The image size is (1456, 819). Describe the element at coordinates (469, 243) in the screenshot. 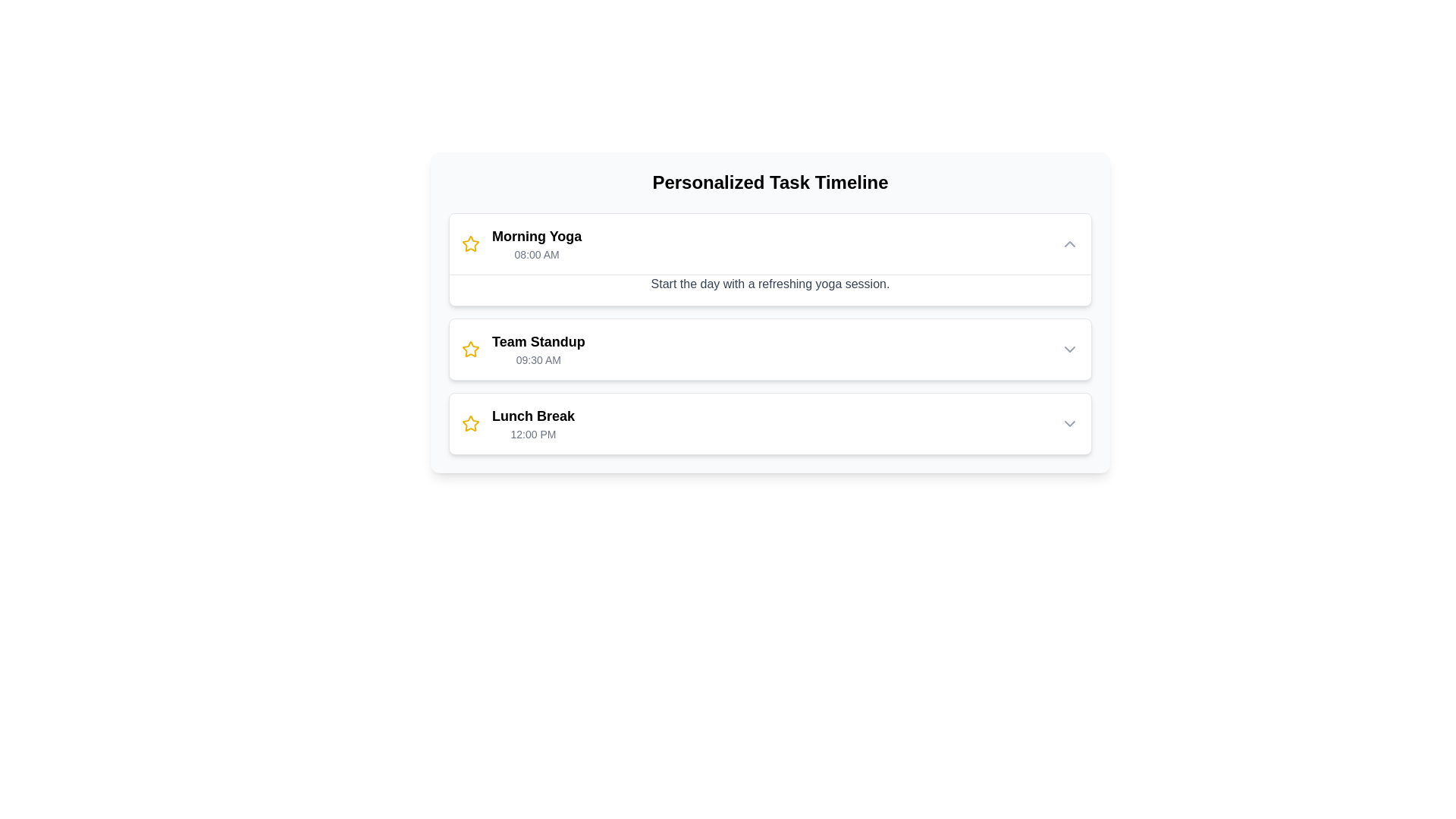

I see `the icon indicating the importance or favorite status of the 'Morning Yoga' activity scheduled at '08:00 AM'` at that location.